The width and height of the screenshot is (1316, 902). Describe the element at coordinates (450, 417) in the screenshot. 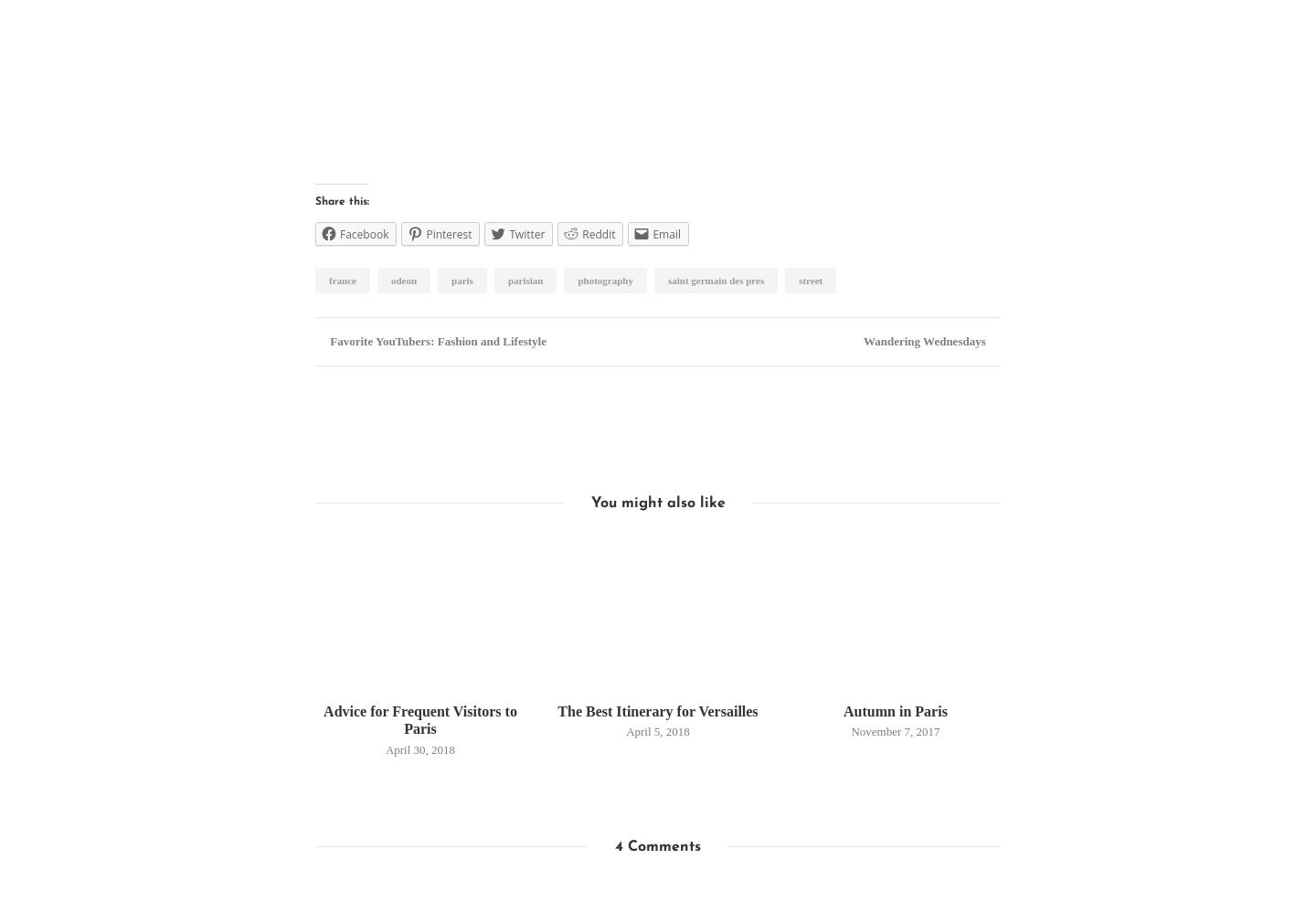

I see `'Hannah Wilson'` at that location.